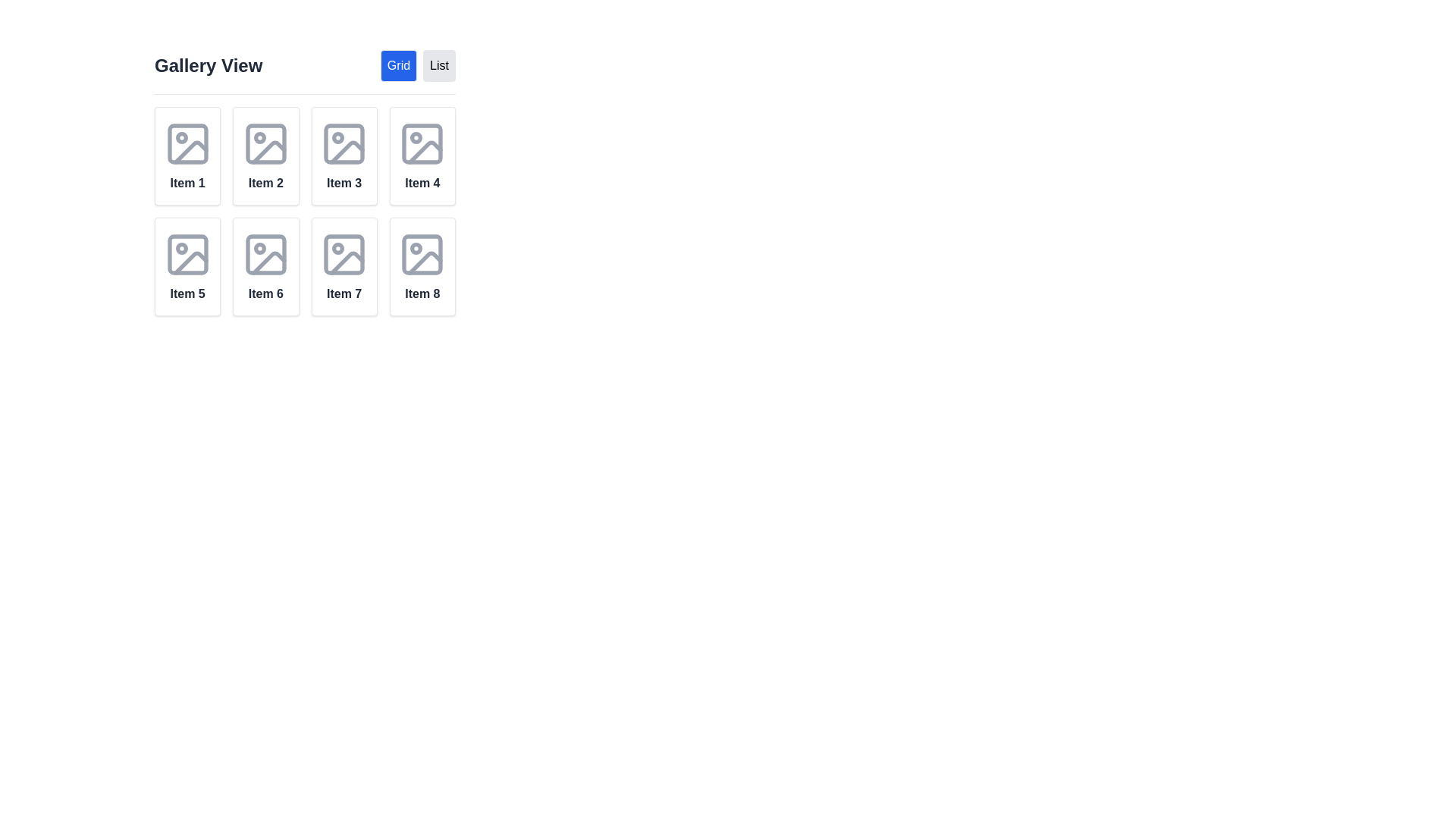 This screenshot has width=1456, height=819. I want to click on the Card element labeled 'Item 6', so click(265, 265).